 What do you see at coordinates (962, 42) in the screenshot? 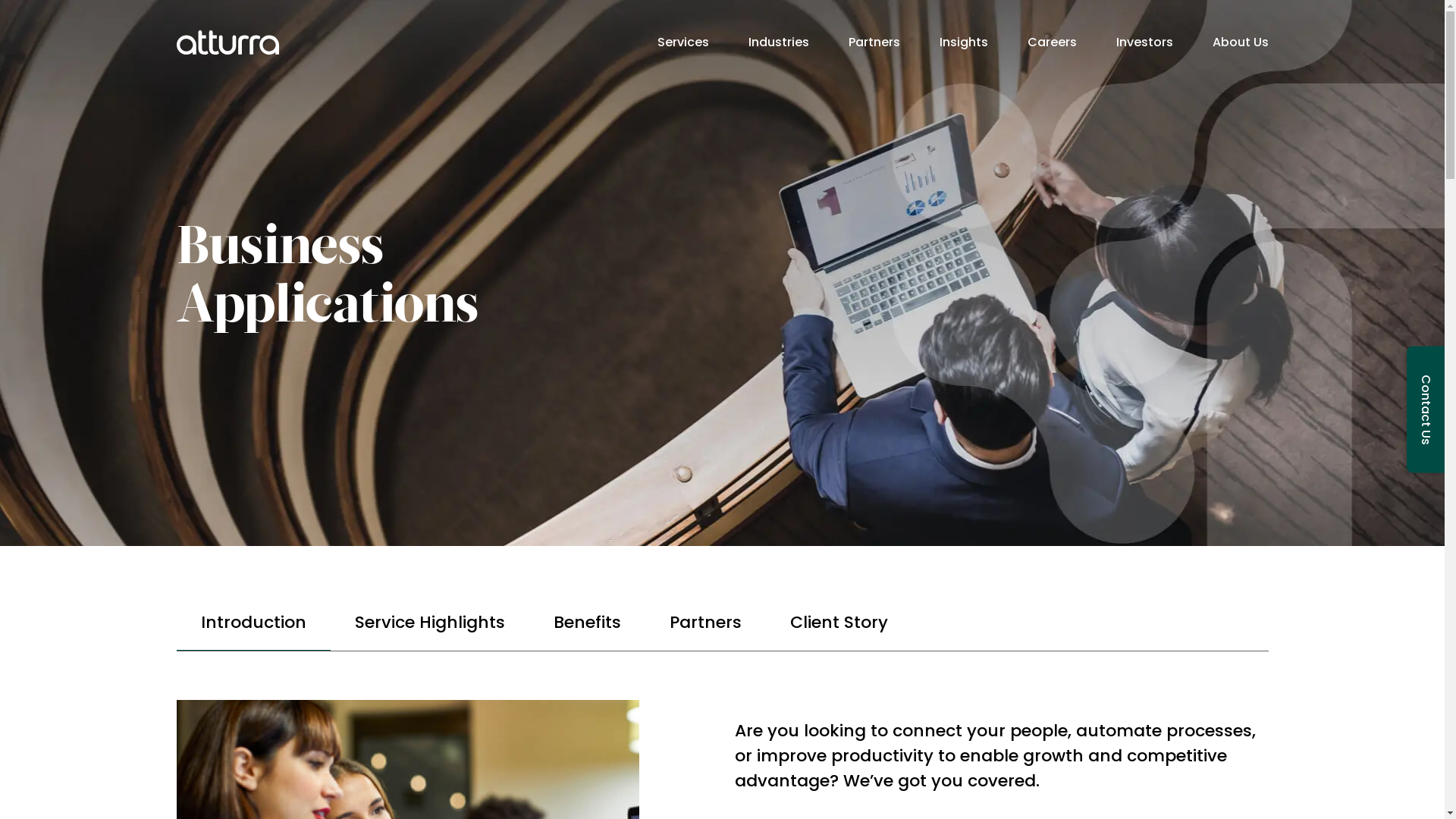
I see `'Insights'` at bounding box center [962, 42].